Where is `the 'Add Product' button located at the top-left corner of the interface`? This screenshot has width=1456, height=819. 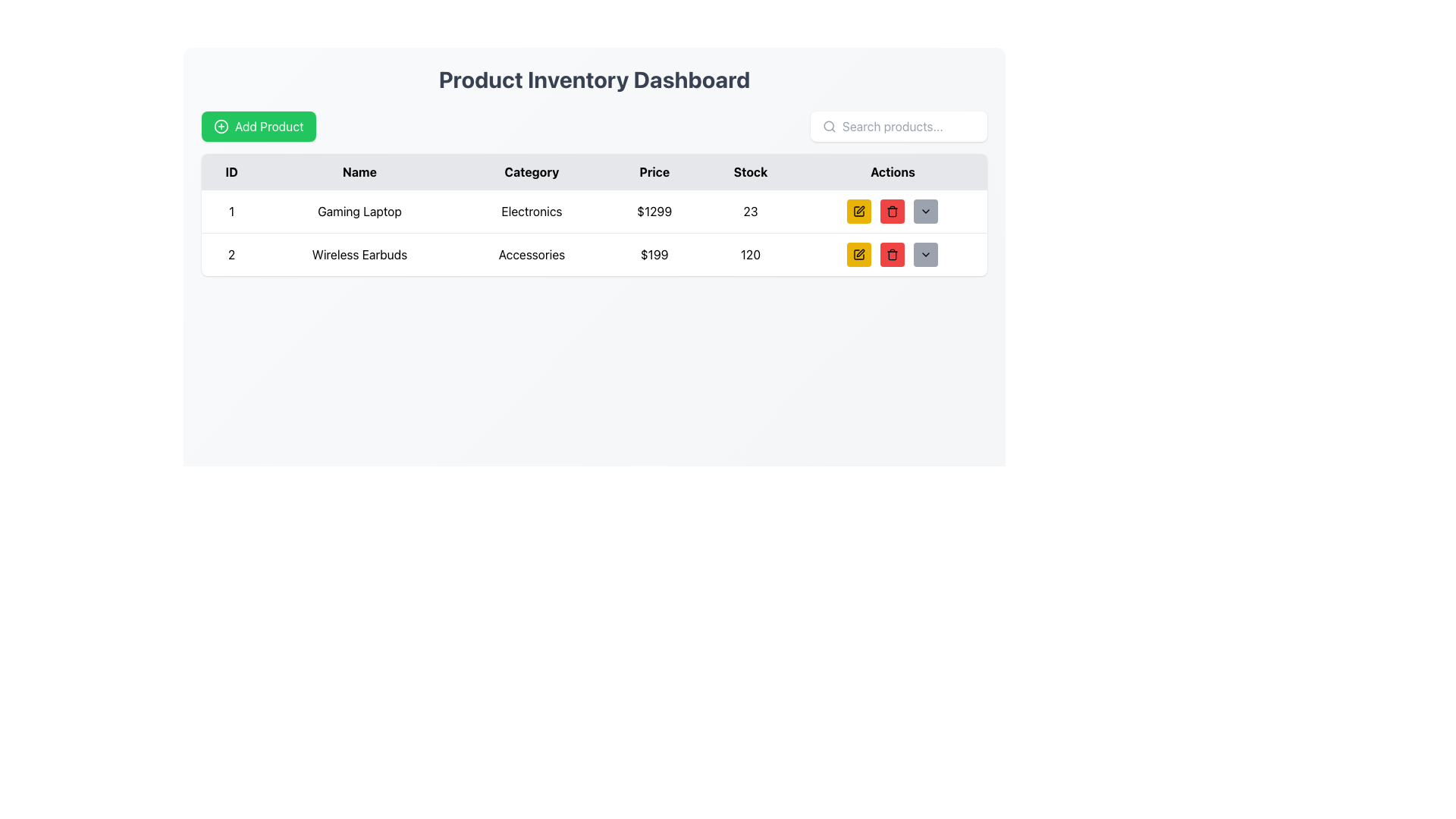
the 'Add Product' button located at the top-left corner of the interface is located at coordinates (259, 125).